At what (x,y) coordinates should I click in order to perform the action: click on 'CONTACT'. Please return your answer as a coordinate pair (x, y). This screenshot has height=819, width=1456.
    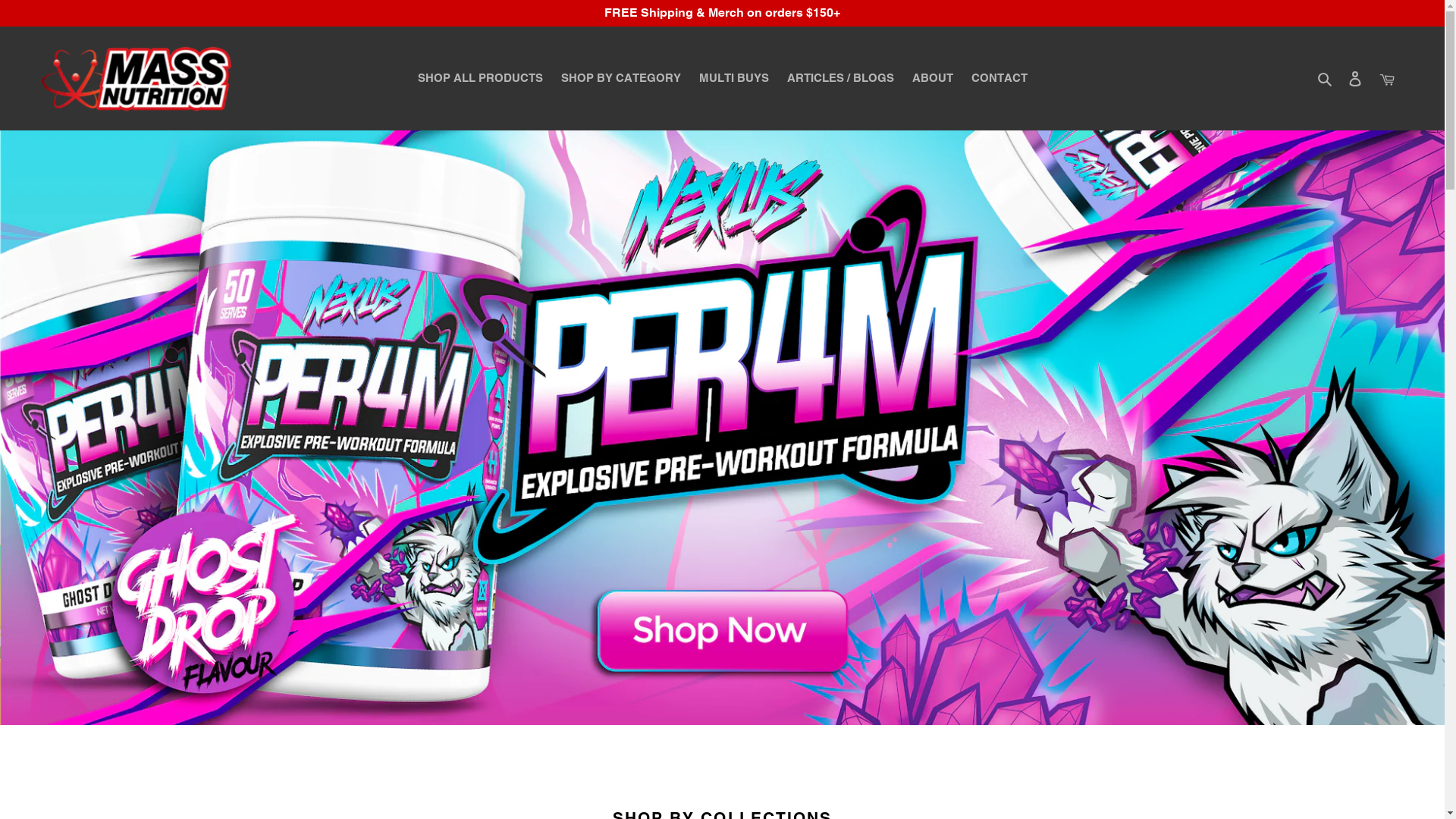
    Looking at the image, I should click on (998, 78).